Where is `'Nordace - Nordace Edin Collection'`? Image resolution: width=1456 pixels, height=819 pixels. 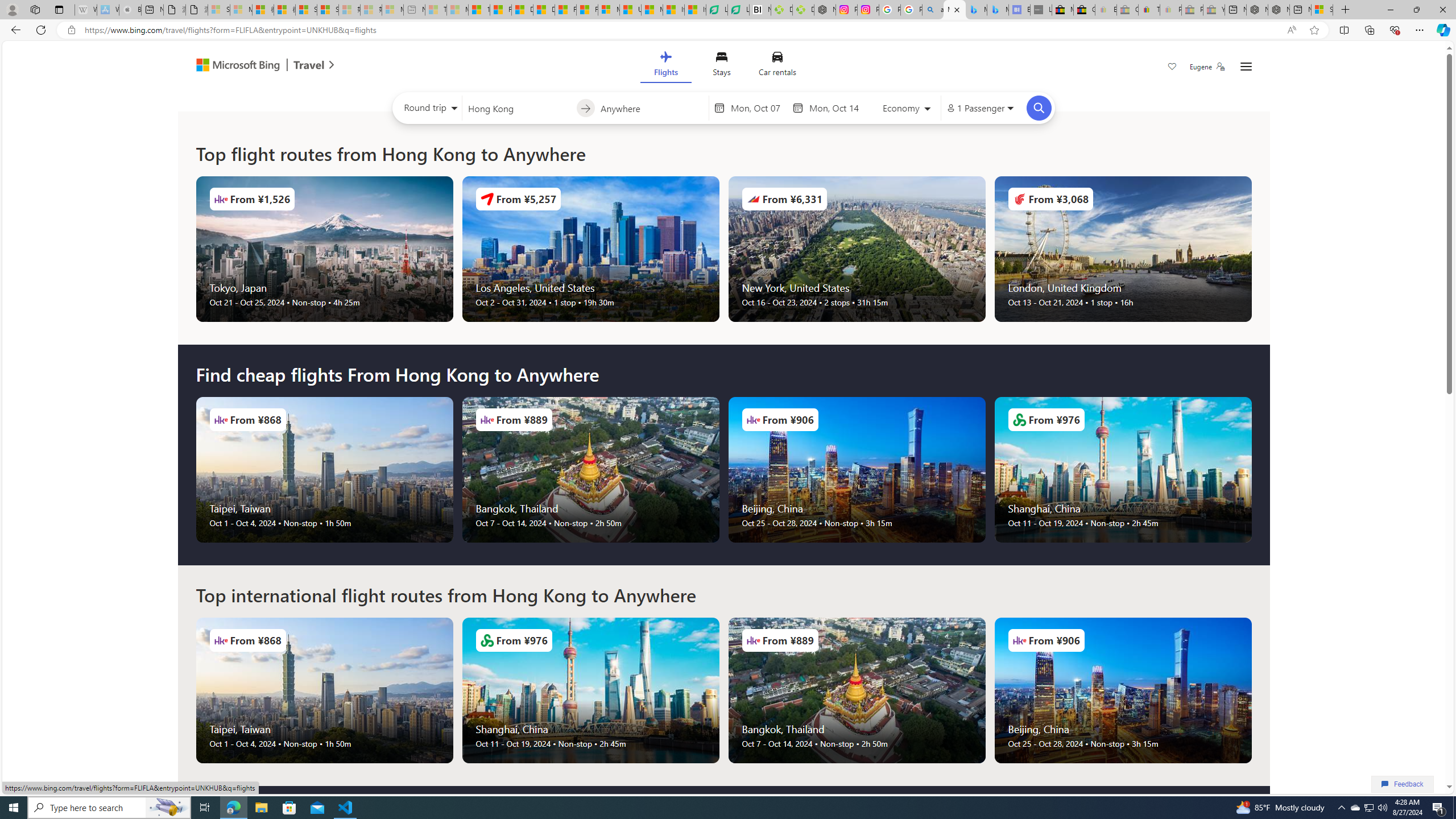
'Nordace - Nordace Edin Collection' is located at coordinates (825, 9).